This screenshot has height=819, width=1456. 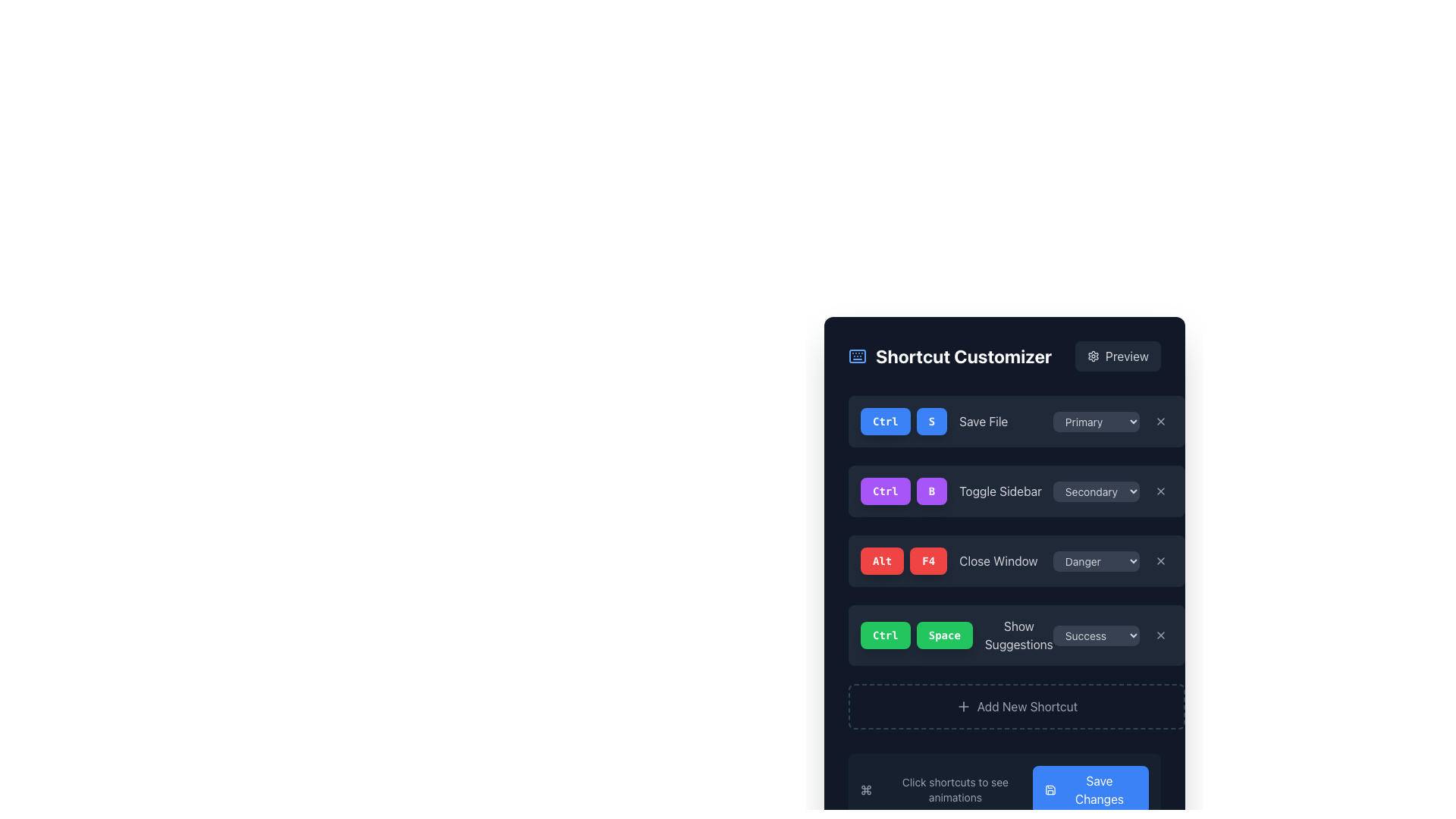 I want to click on the descriptive label for the shortcut action assigned to 'Alt' + 'F4', which indicates the operation of closing a window, so click(x=998, y=561).